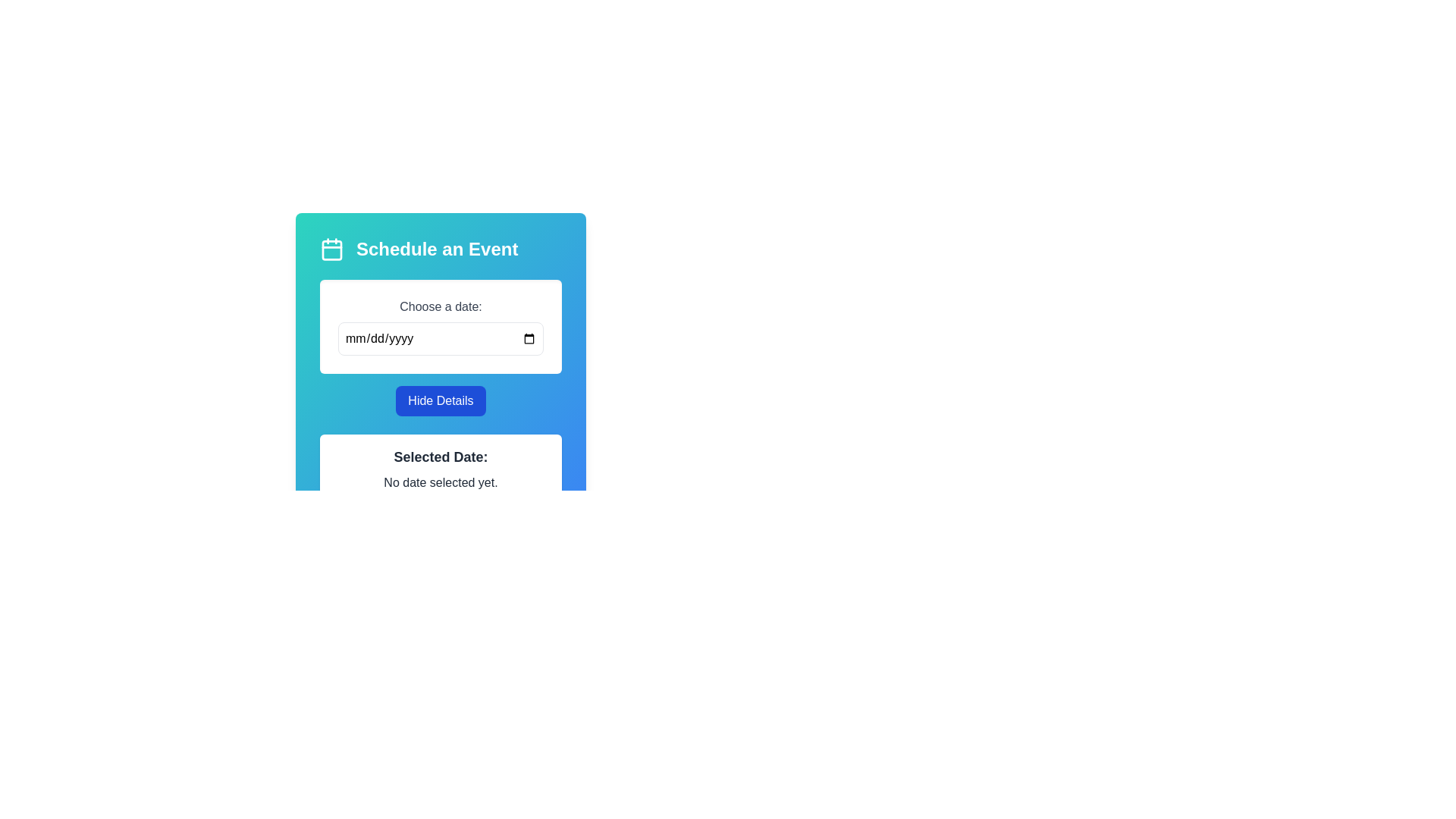 This screenshot has height=819, width=1456. Describe the element at coordinates (440, 307) in the screenshot. I see `the text label that provides a descriptive prompt for the date input field located above it in a card-style layout` at that location.